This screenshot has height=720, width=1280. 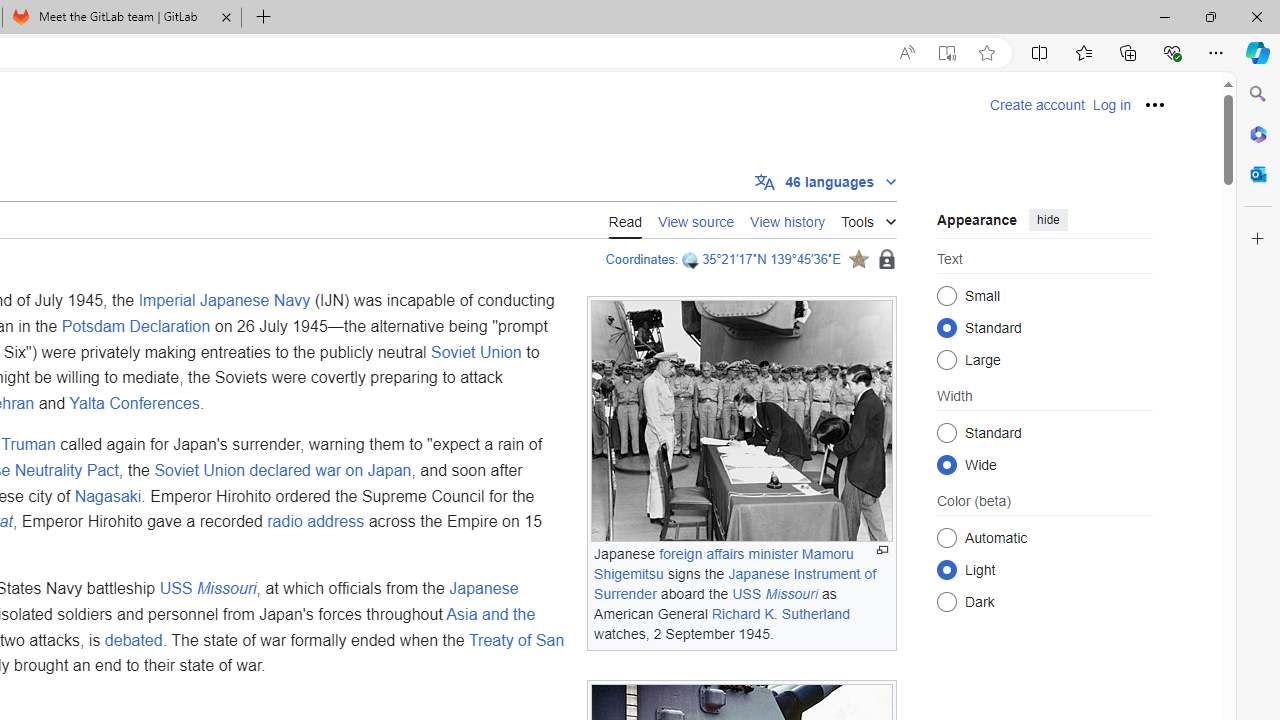 I want to click on 'Small', so click(x=946, y=295).